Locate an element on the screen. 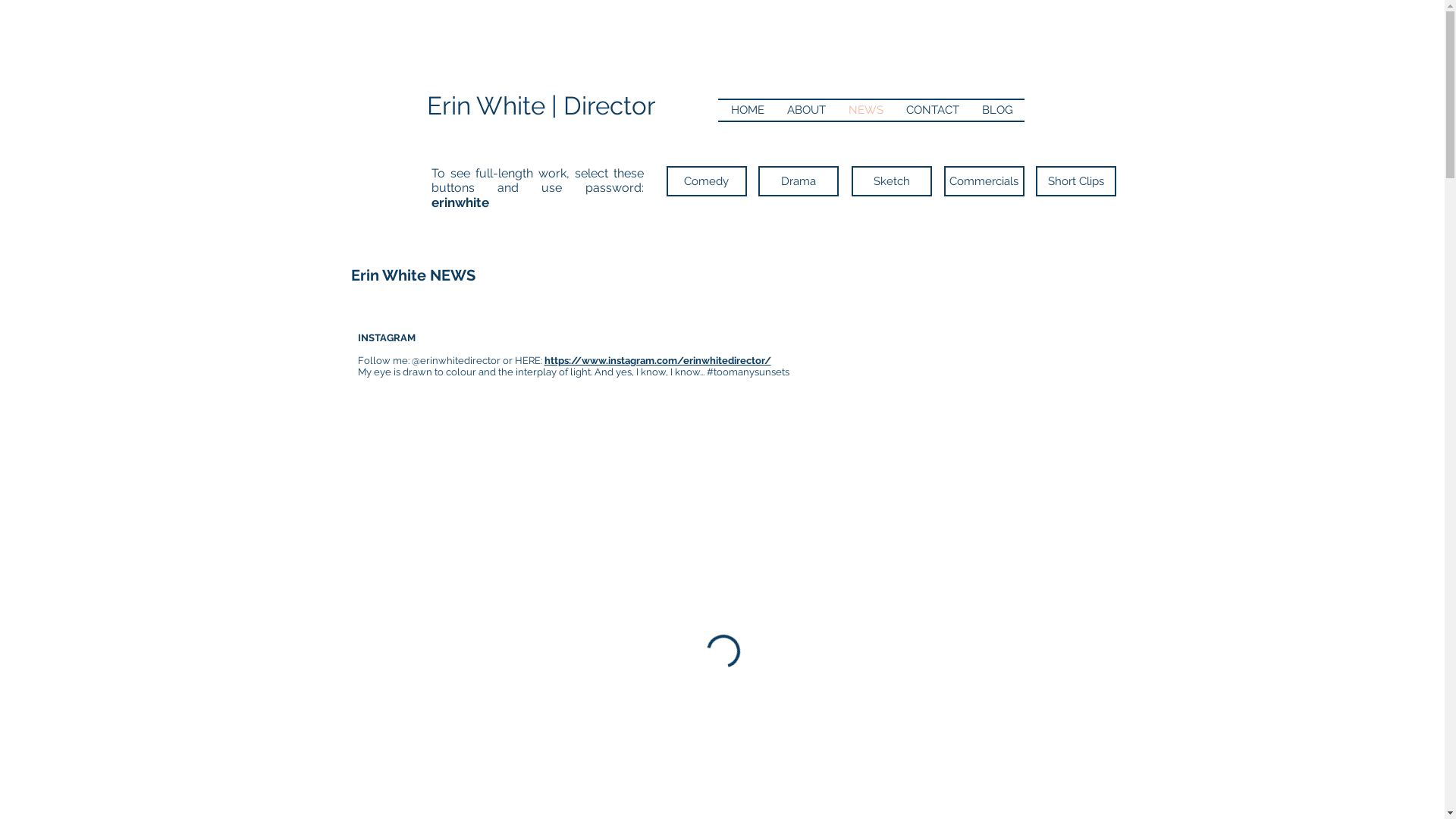 Image resolution: width=1456 pixels, height=819 pixels. 'BLOG' is located at coordinates (997, 109).